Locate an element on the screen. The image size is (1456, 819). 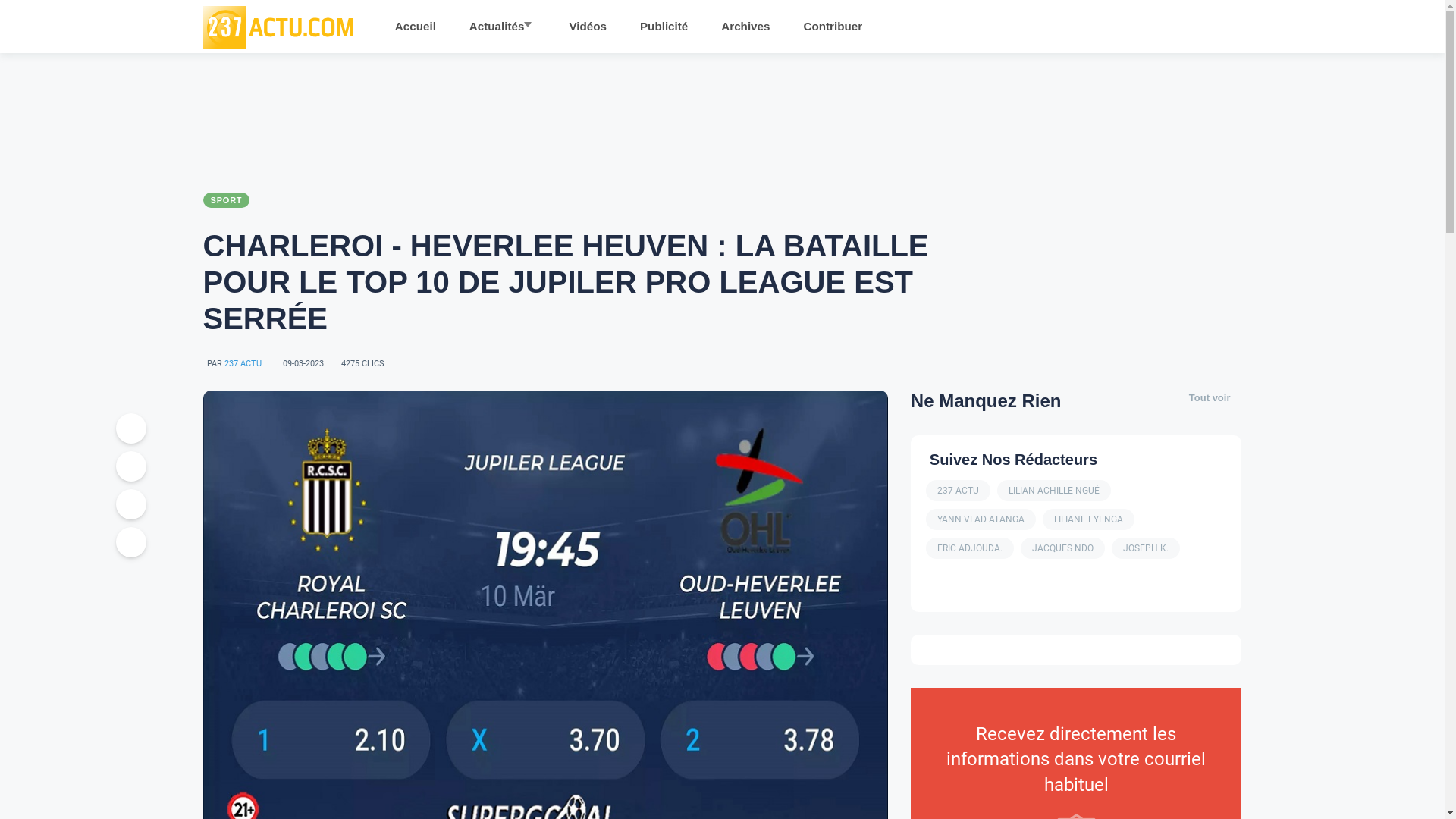
'Contribuer' is located at coordinates (832, 32).